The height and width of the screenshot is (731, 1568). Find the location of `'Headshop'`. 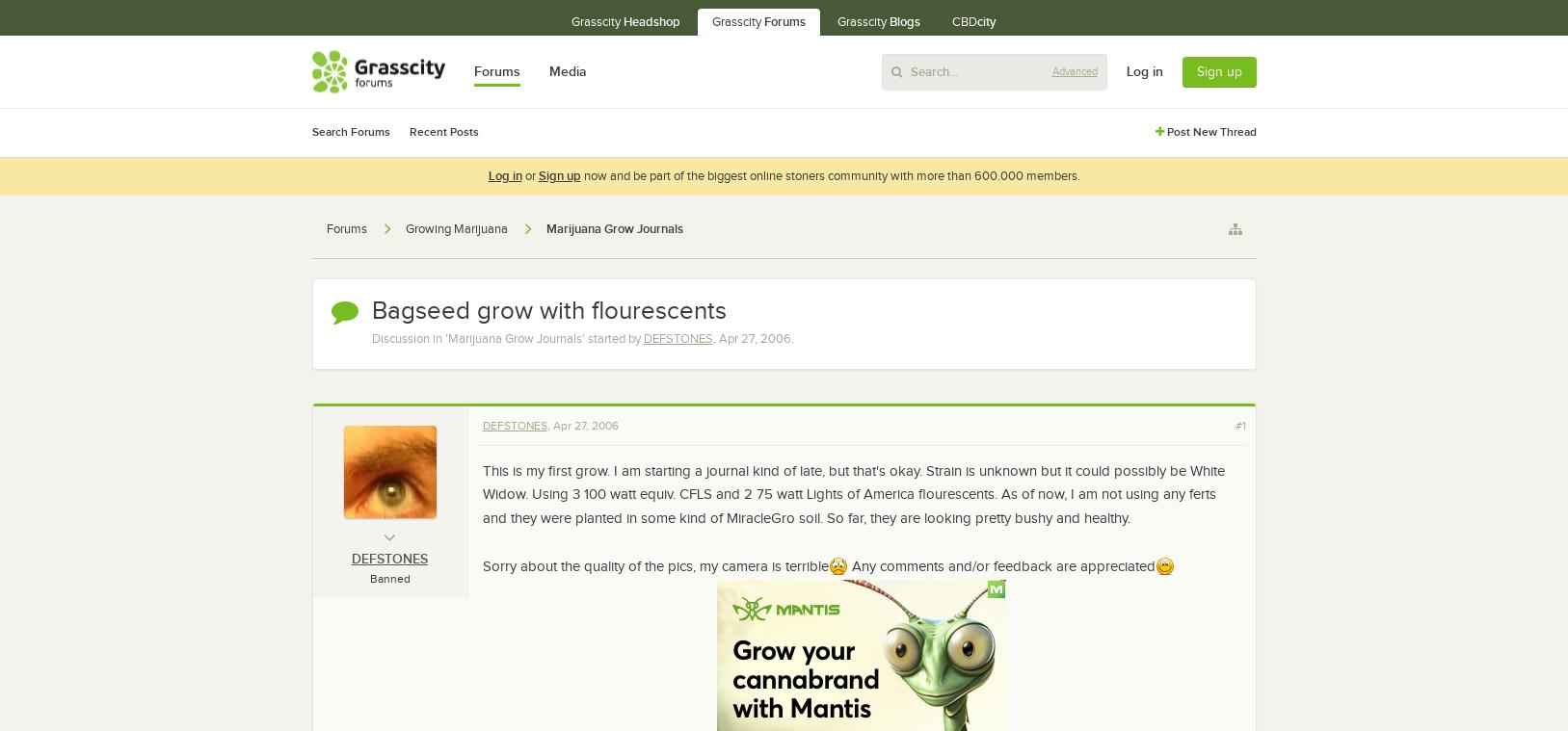

'Headshop' is located at coordinates (651, 20).